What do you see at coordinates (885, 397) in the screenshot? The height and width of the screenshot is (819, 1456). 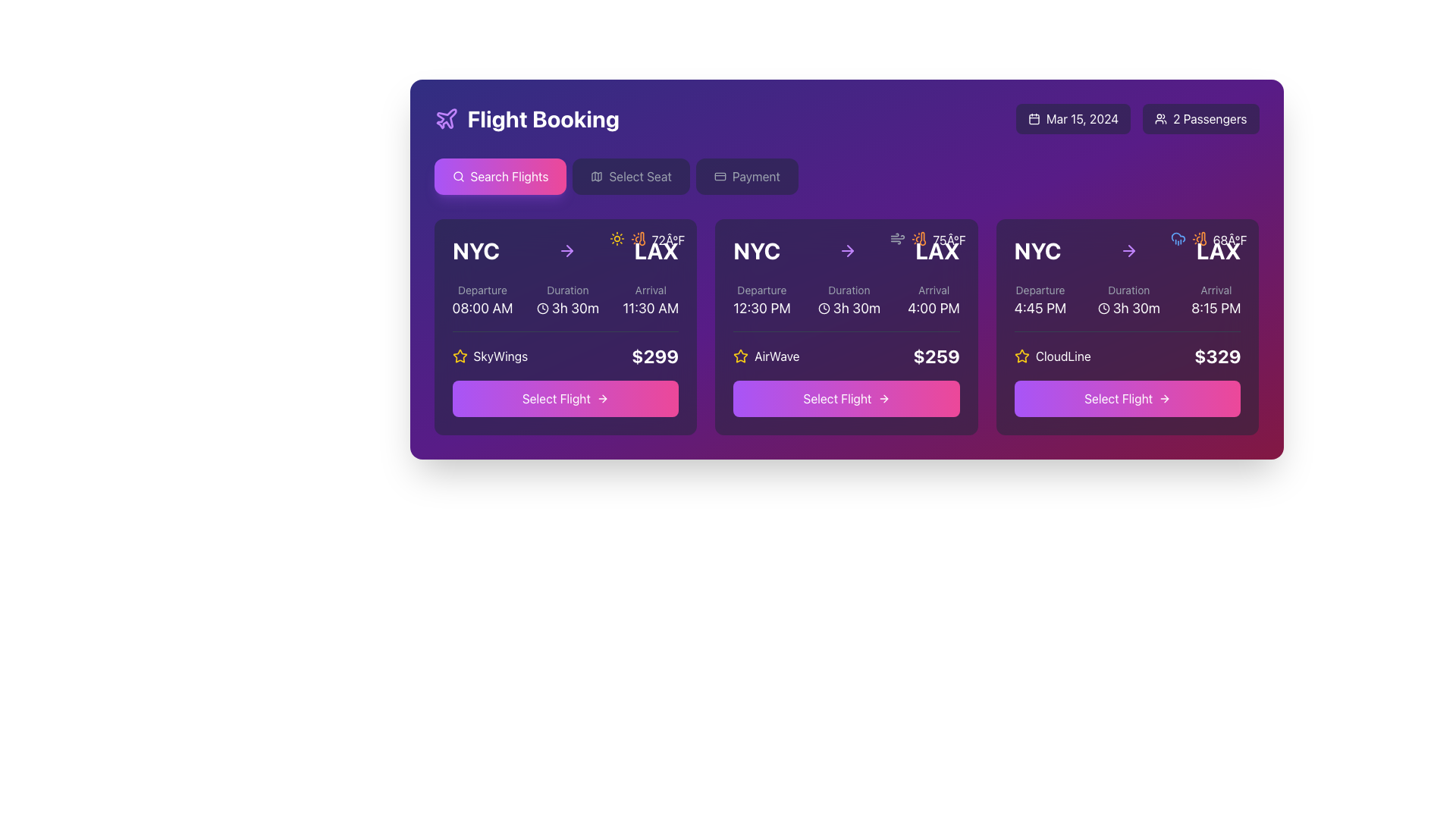 I see `the visual state of the chevron icon located at the far-right edge of the 'Select Flight' button in the 'AirWave' card` at bounding box center [885, 397].